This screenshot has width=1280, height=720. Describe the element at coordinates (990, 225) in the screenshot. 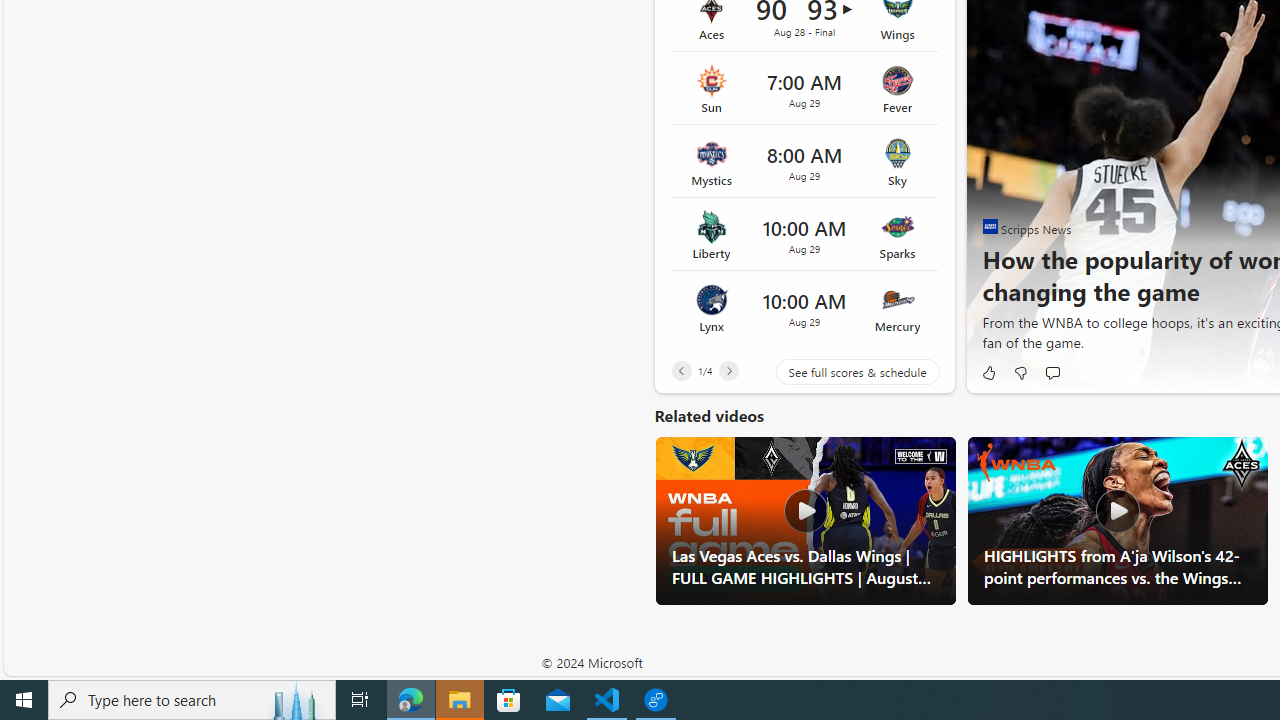

I see `'Scripps News'` at that location.